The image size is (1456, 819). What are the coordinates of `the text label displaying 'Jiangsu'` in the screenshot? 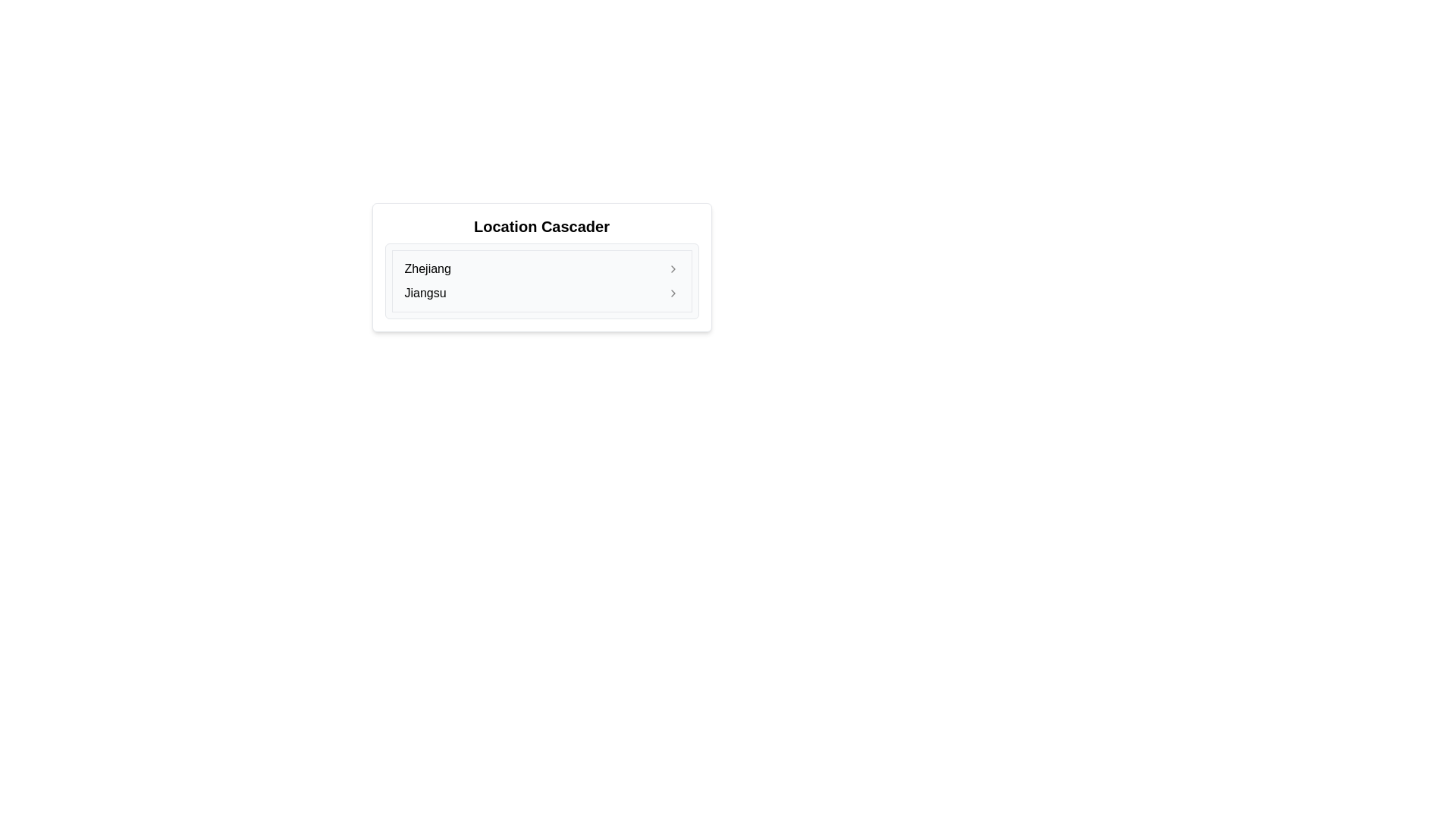 It's located at (425, 293).